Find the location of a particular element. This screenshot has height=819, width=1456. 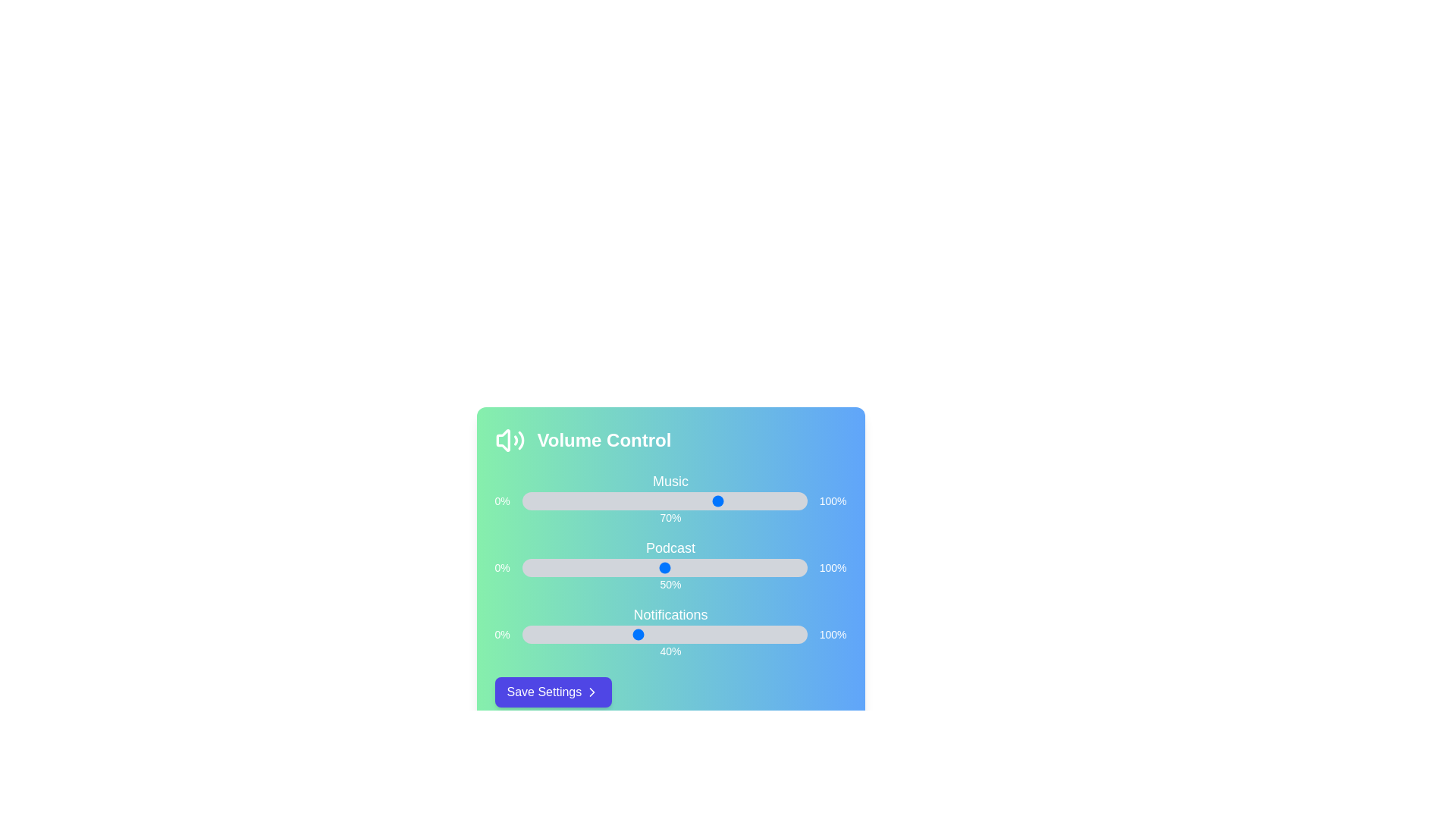

the 'Save Settings' button to save the current volume settings is located at coordinates (552, 692).